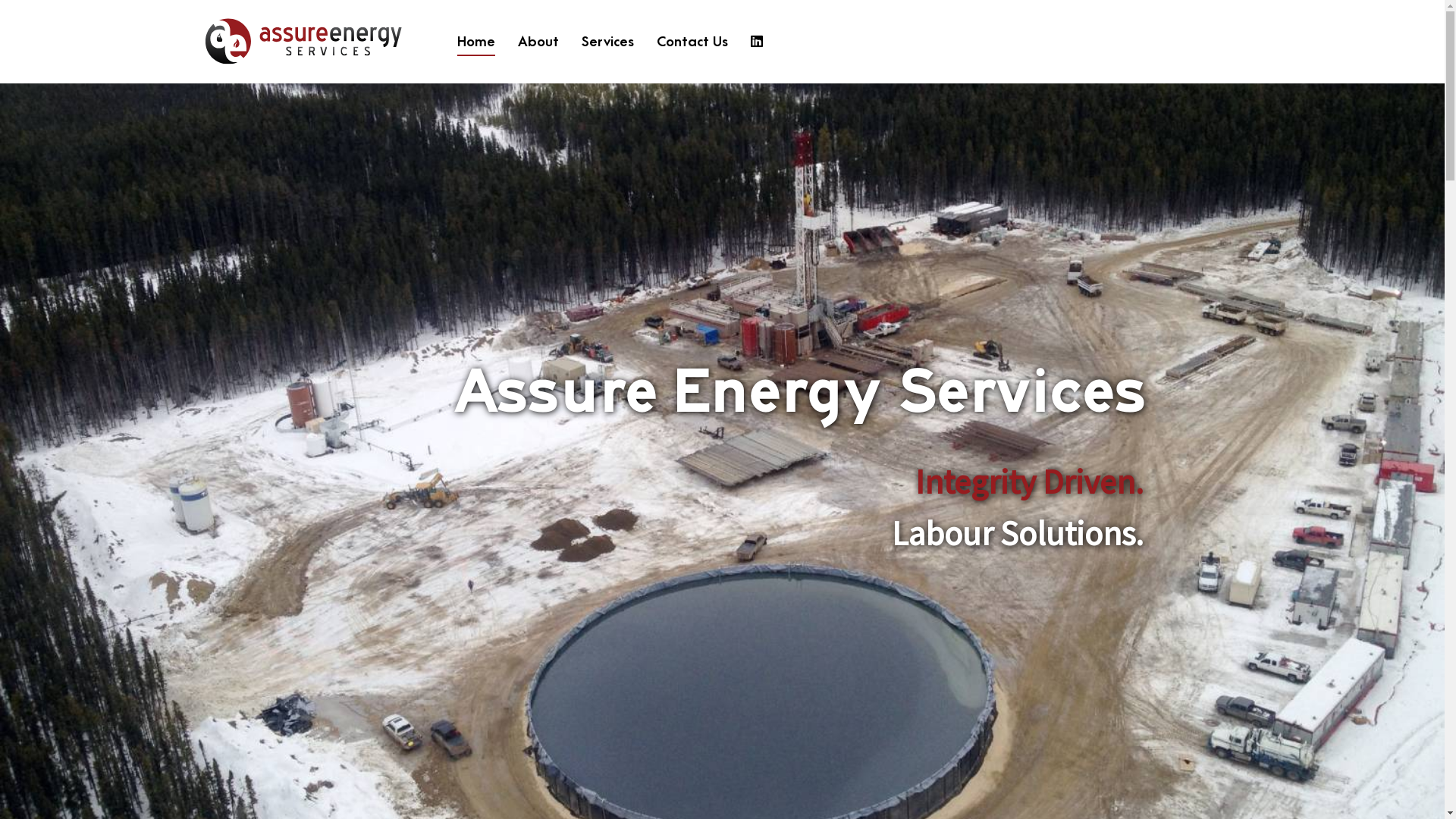  What do you see at coordinates (691, 41) in the screenshot?
I see `'Contact Us'` at bounding box center [691, 41].